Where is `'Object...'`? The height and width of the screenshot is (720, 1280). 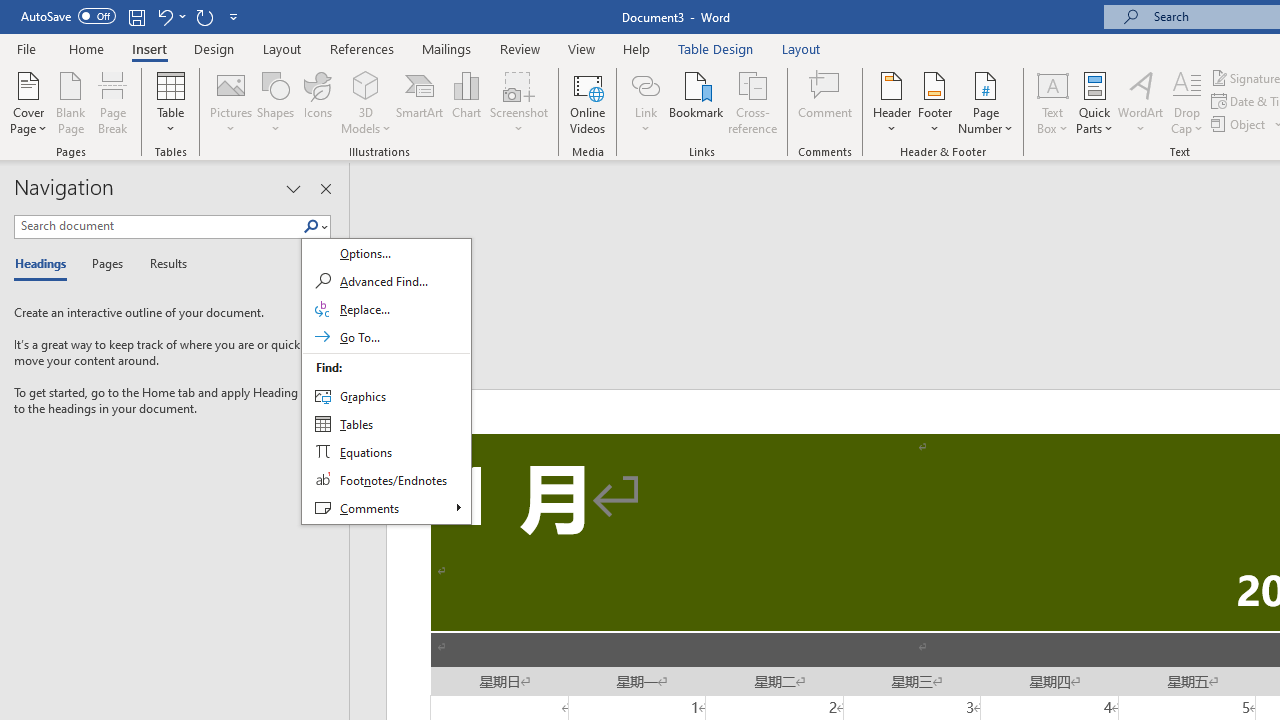 'Object...' is located at coordinates (1239, 124).